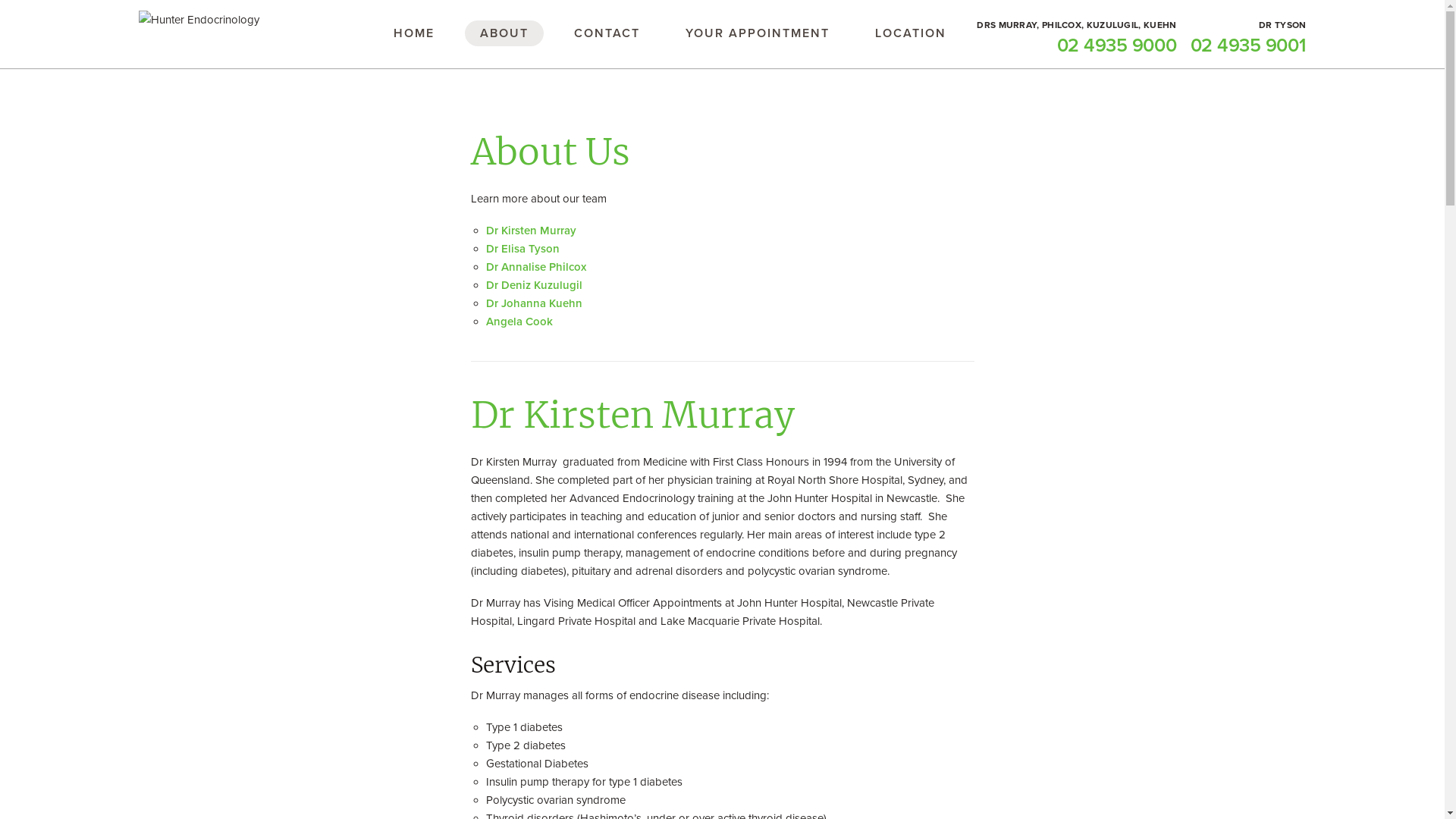 The image size is (1456, 819). What do you see at coordinates (518, 321) in the screenshot?
I see `'Angela Cook'` at bounding box center [518, 321].